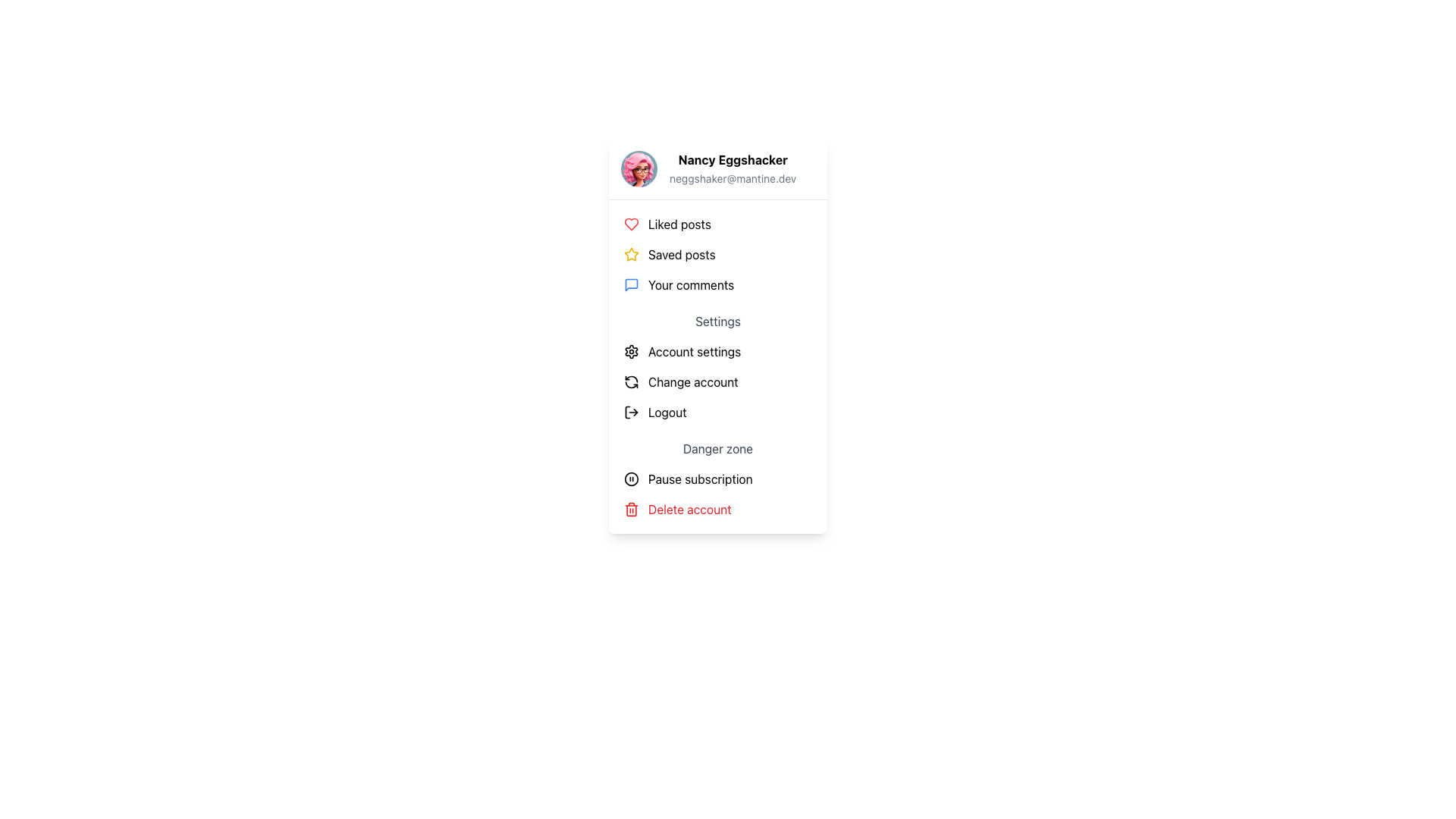  I want to click on the blue message or speech bubble icon that is the third in a vertically arranged menu, located to the left of the 'Your comments' text, so click(632, 284).